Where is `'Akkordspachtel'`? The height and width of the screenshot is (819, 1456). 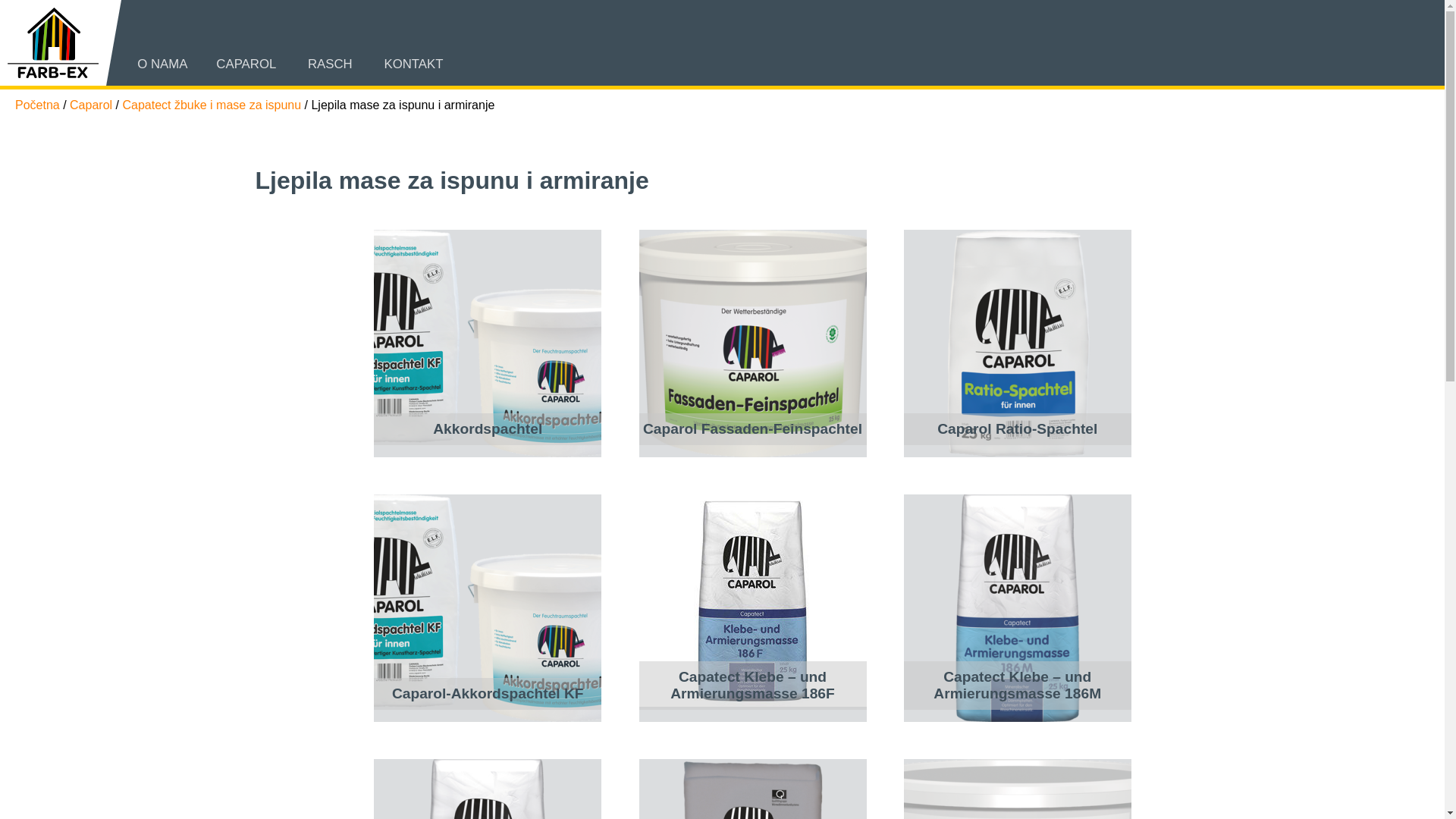
'Akkordspachtel' is located at coordinates (488, 343).